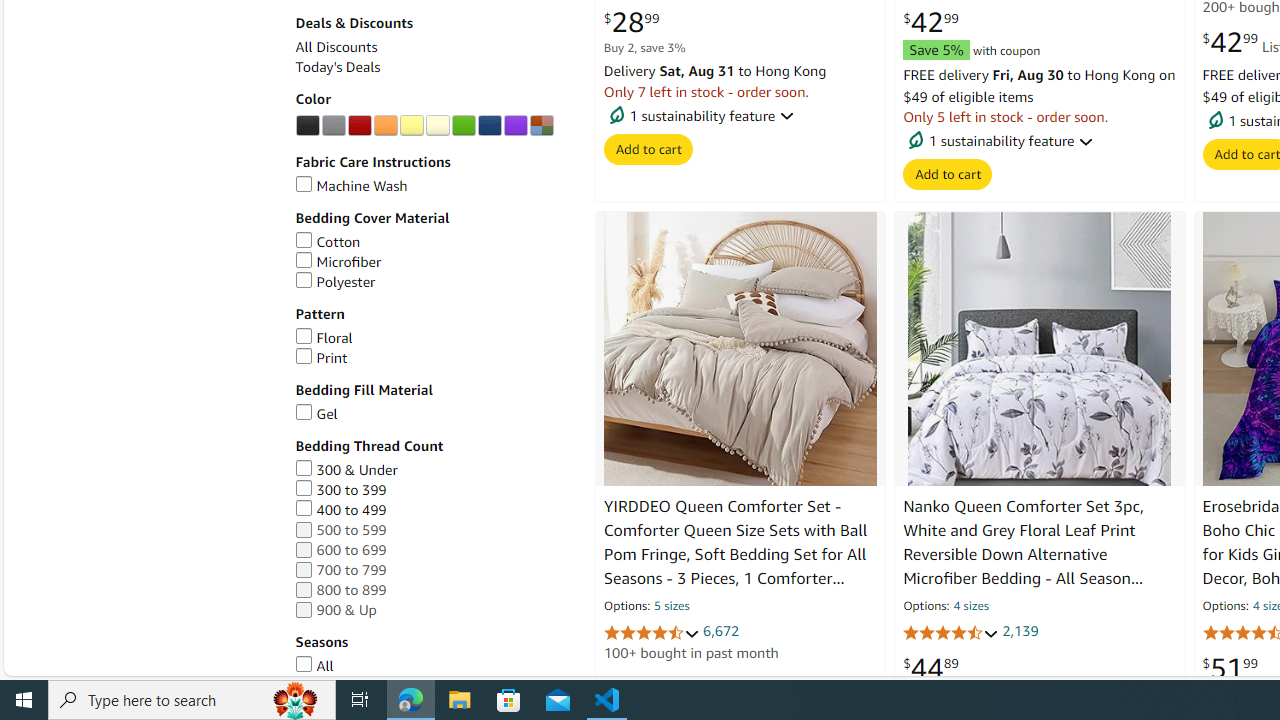 The height and width of the screenshot is (720, 1280). Describe the element at coordinates (672, 606) in the screenshot. I see `'5 sizes'` at that location.